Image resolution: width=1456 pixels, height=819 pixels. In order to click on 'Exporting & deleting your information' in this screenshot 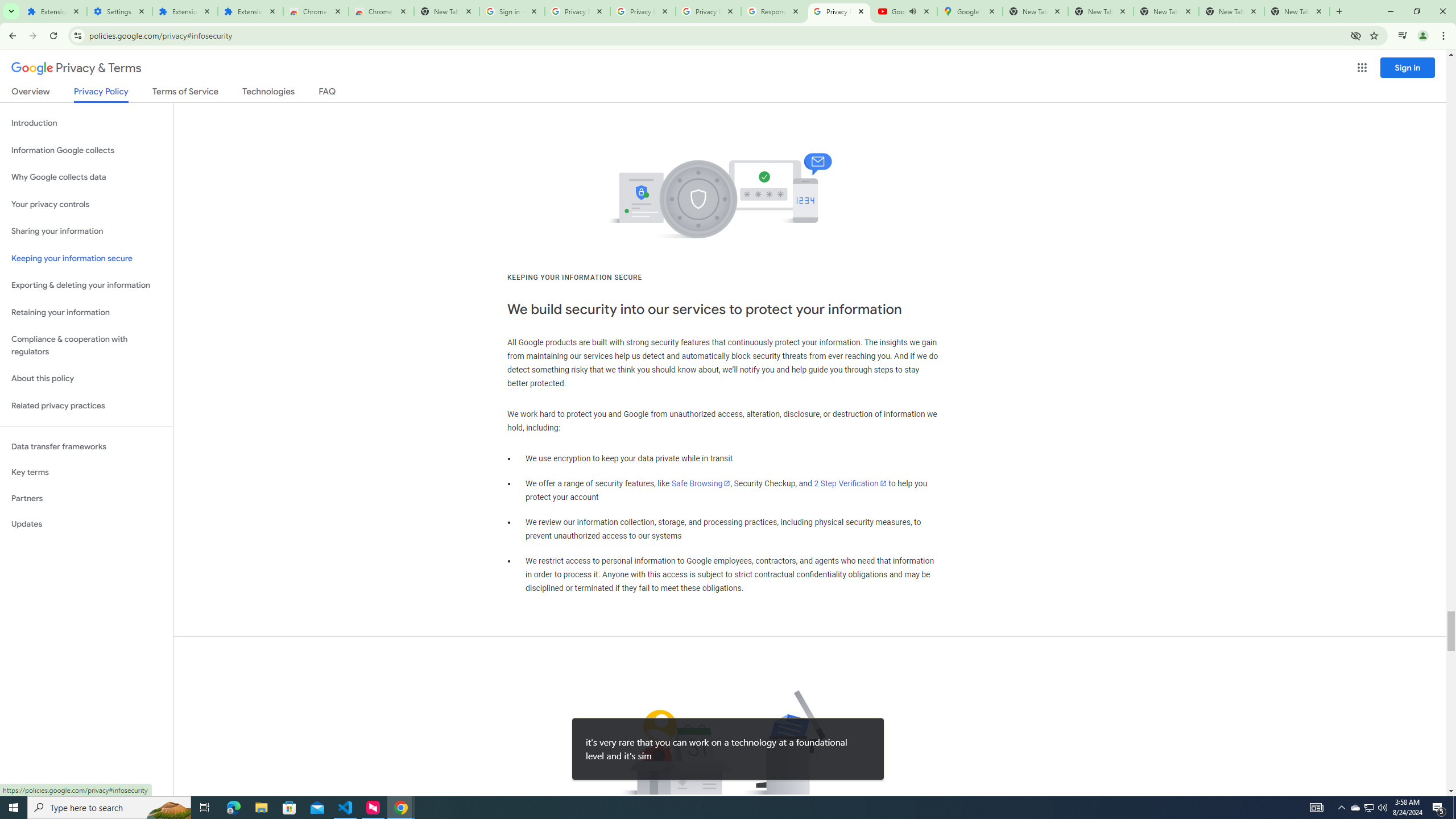, I will do `click(86, 285)`.